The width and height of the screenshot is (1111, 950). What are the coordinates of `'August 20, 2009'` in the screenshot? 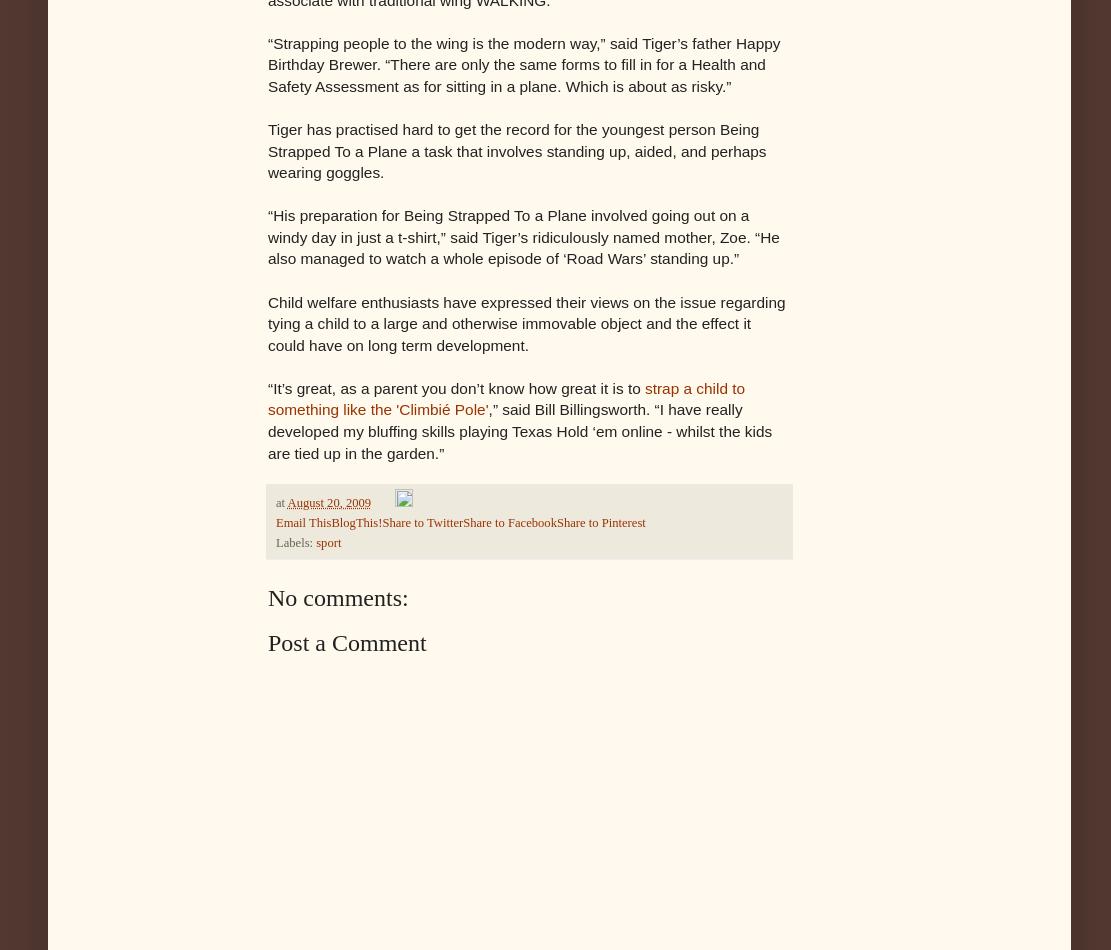 It's located at (286, 503).